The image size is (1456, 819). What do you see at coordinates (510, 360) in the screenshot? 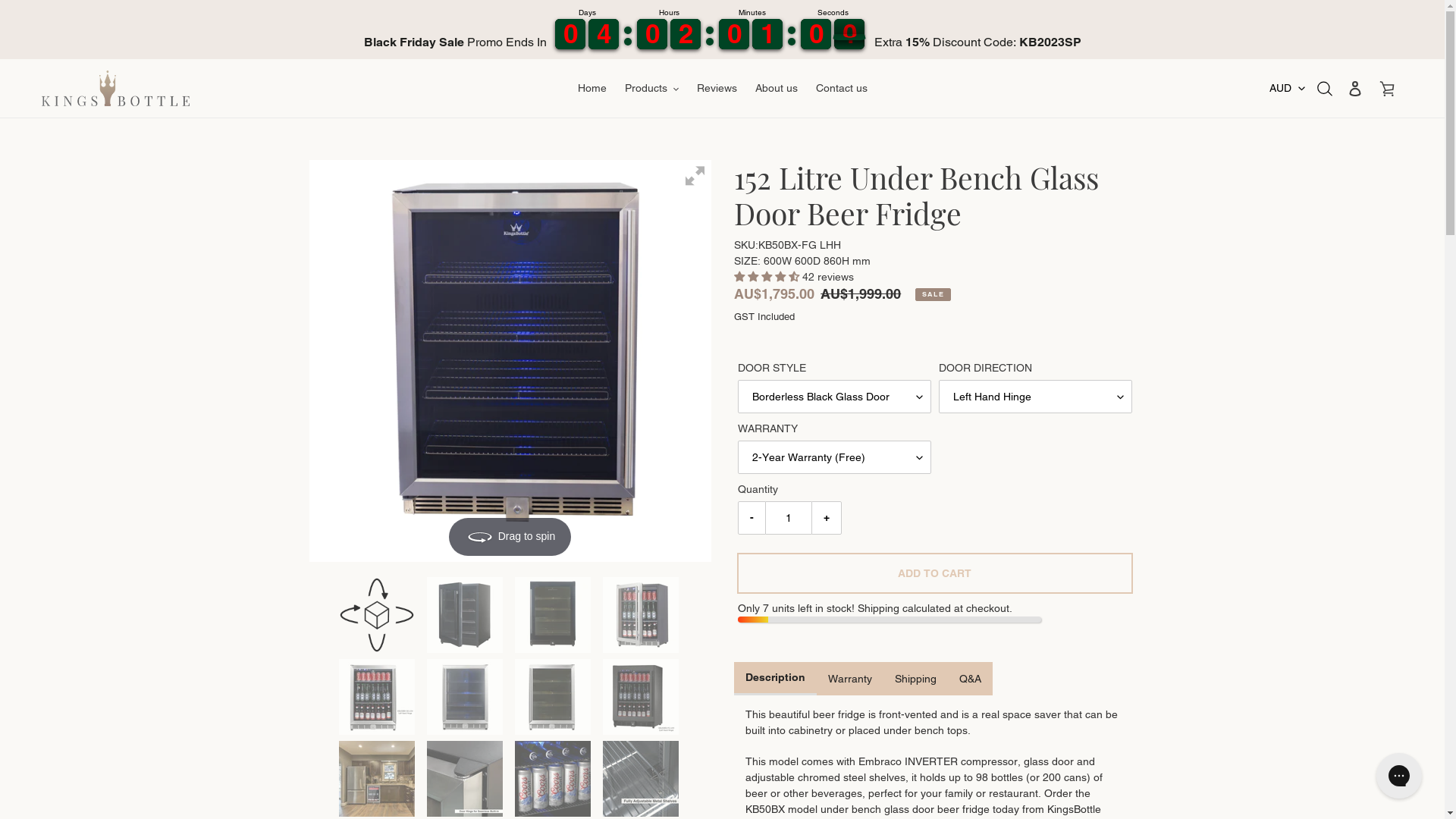
I see `'Drag to spin'` at bounding box center [510, 360].